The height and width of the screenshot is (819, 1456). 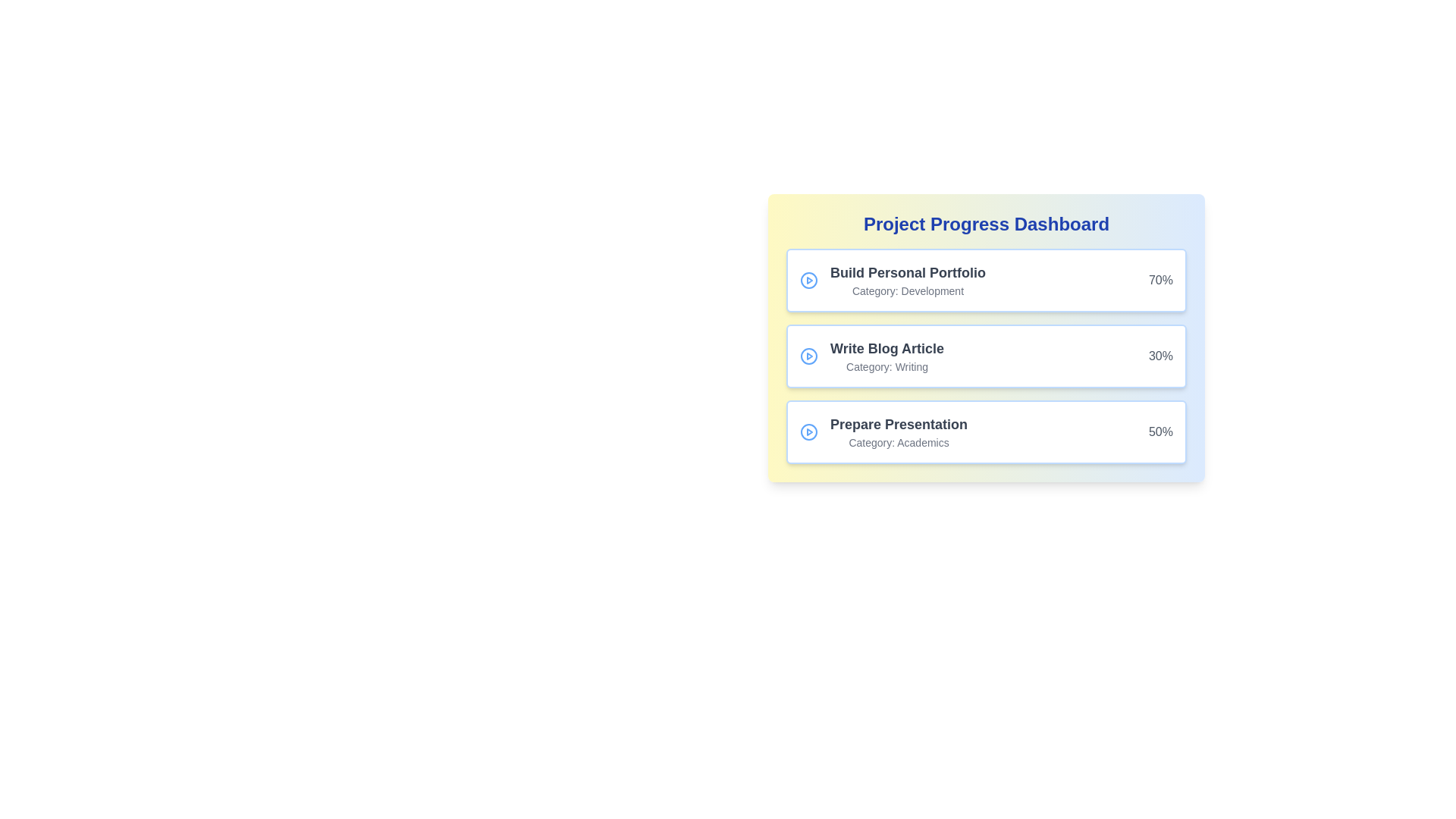 I want to click on task and category information displayed in the text element that shows 'Build Personal Portfolio' and 'Category: Development', located in the first card of a vertical list, so click(x=893, y=281).